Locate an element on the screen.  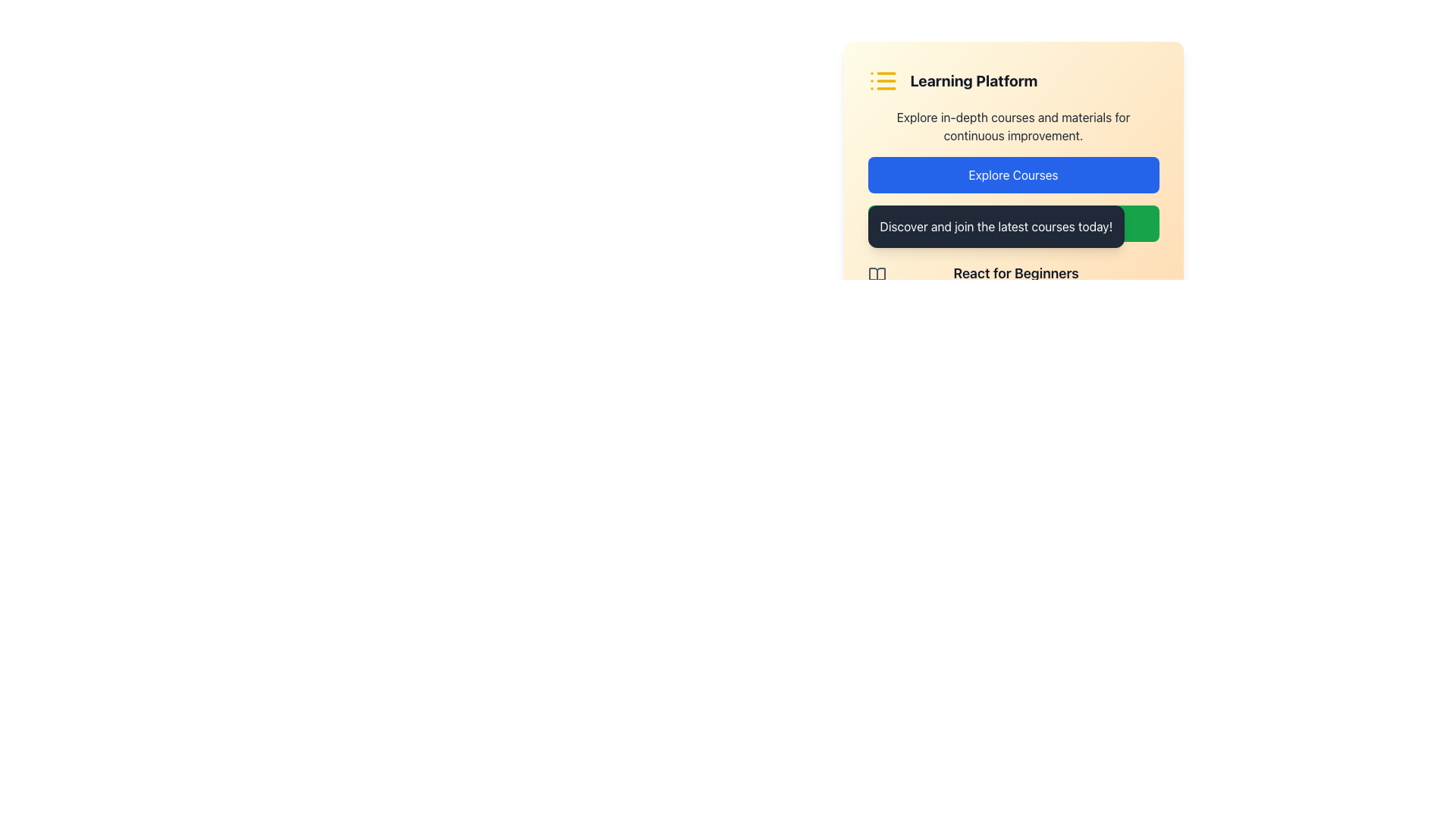
the 'Learning Platform' heading located at the top left of the course card is located at coordinates (1013, 81).